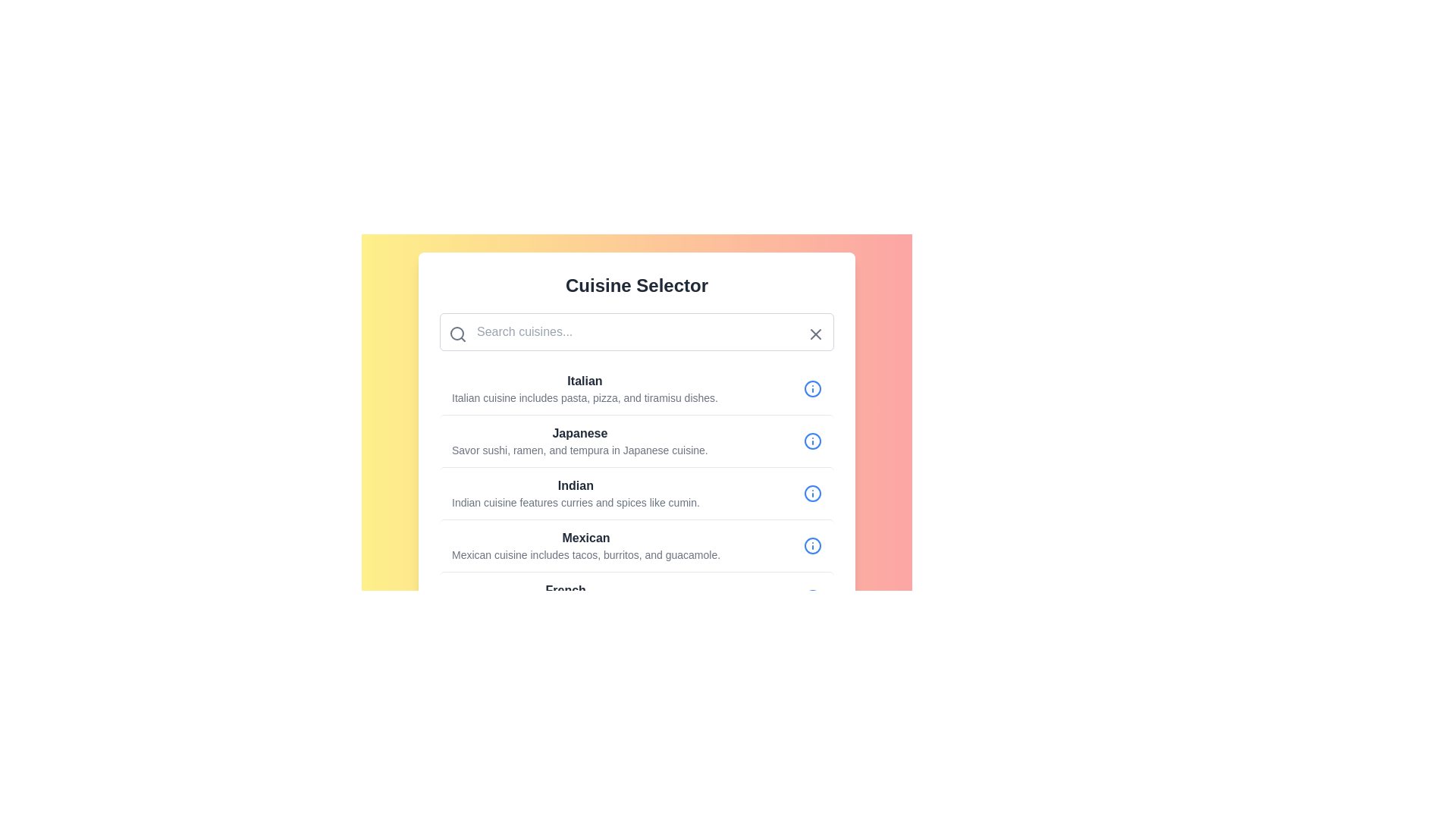 The height and width of the screenshot is (819, 1456). Describe the element at coordinates (811, 494) in the screenshot. I see `the informational indicator icon located at the far right of the row labeled 'Indian'` at that location.